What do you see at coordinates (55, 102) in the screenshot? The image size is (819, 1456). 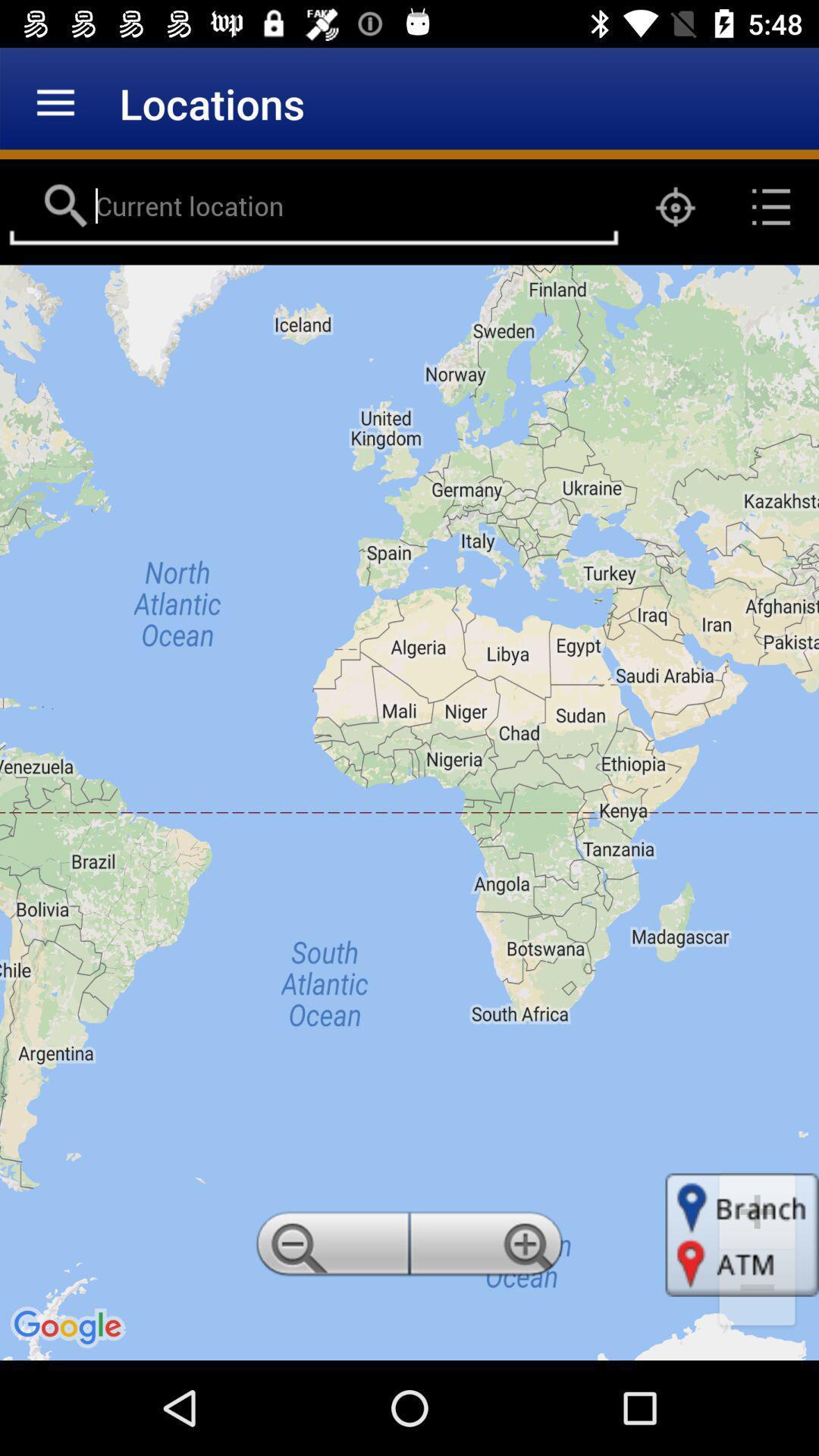 I see `the item to the left of locations icon` at bounding box center [55, 102].